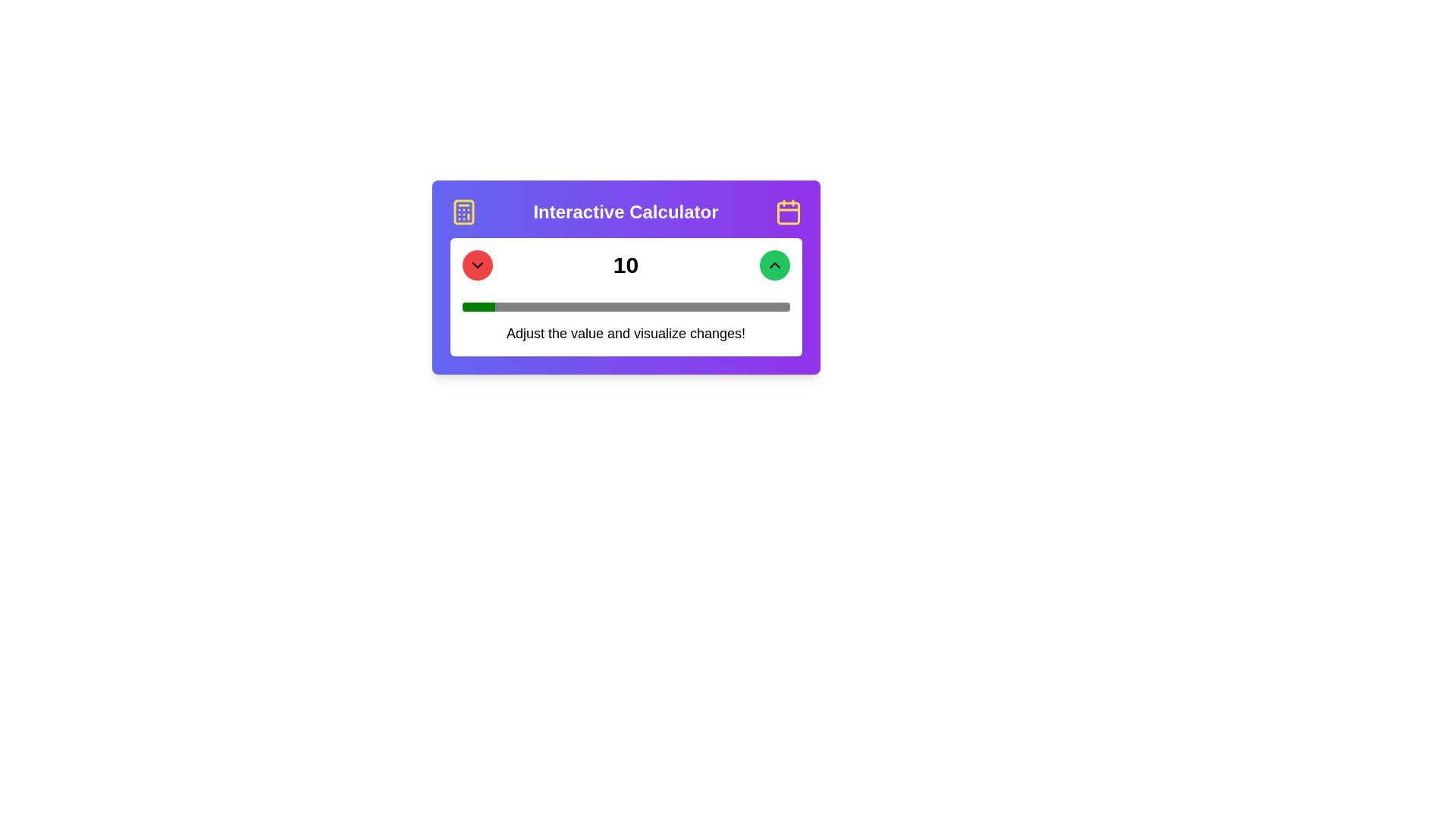 This screenshot has width=1456, height=819. What do you see at coordinates (514, 307) in the screenshot?
I see `the slider value` at bounding box center [514, 307].